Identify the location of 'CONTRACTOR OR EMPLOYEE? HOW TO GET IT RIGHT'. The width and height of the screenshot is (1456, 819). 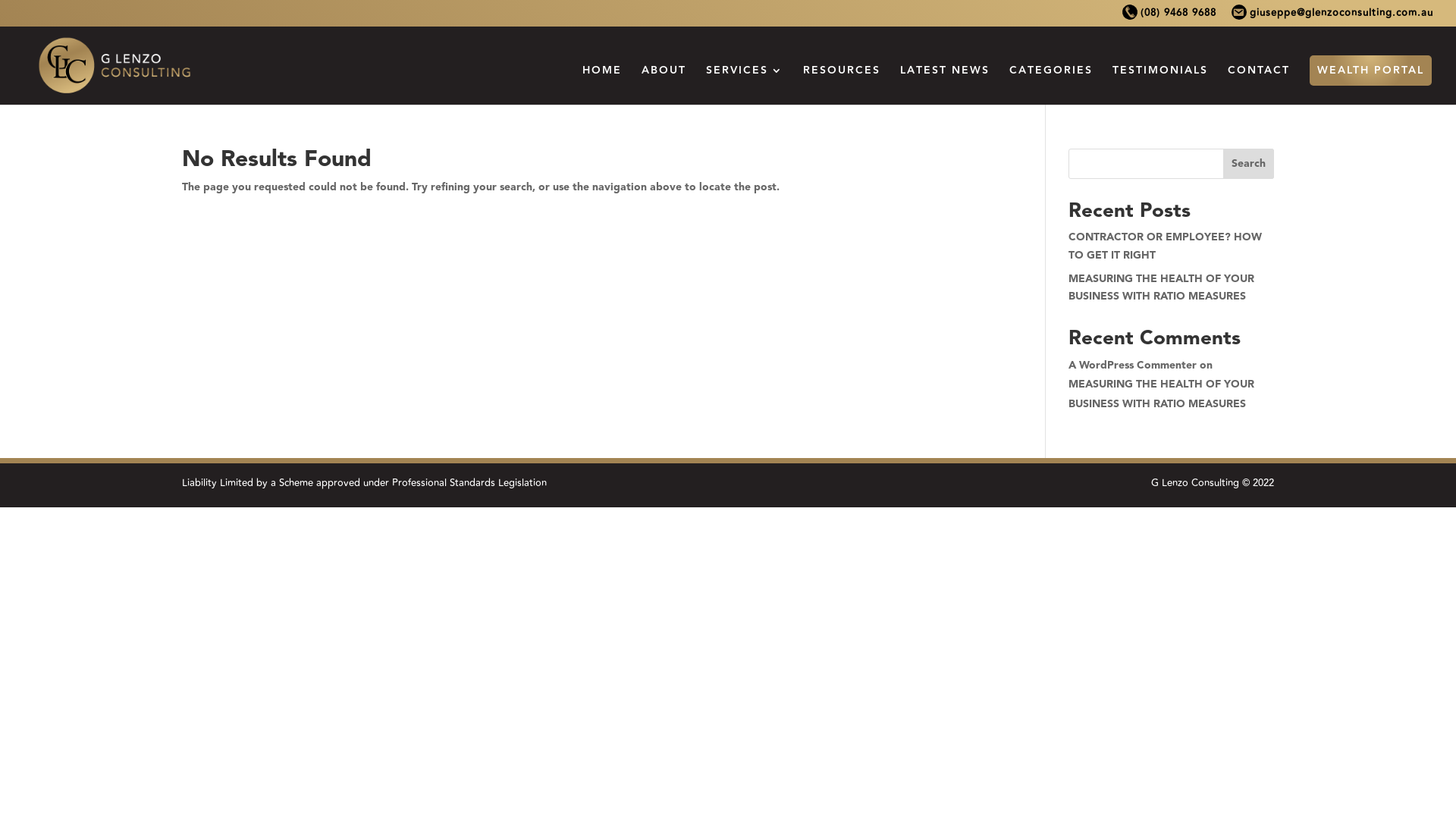
(1164, 245).